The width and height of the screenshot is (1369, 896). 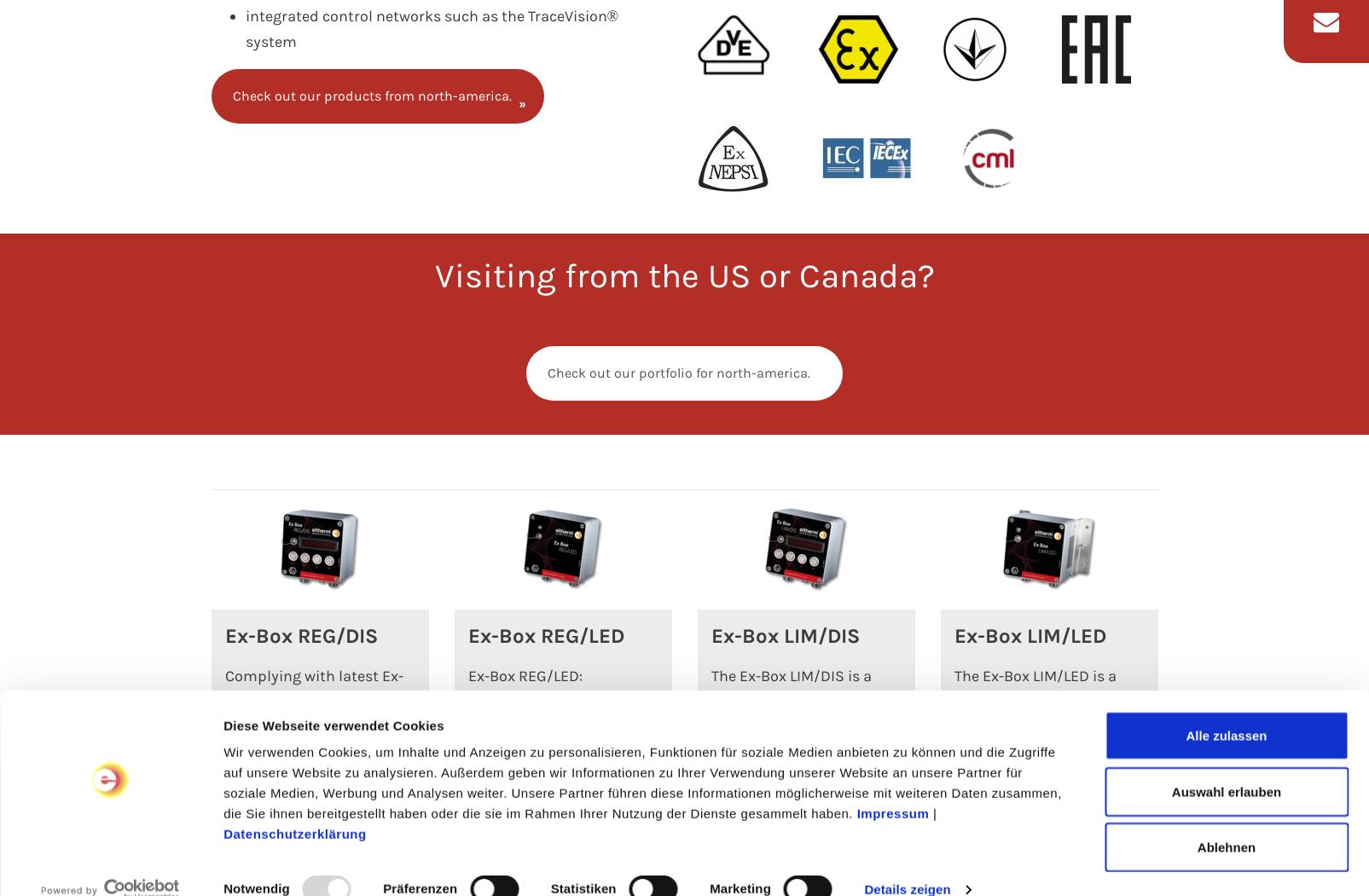 What do you see at coordinates (907, 775) in the screenshot?
I see `'Details zeigen'` at bounding box center [907, 775].